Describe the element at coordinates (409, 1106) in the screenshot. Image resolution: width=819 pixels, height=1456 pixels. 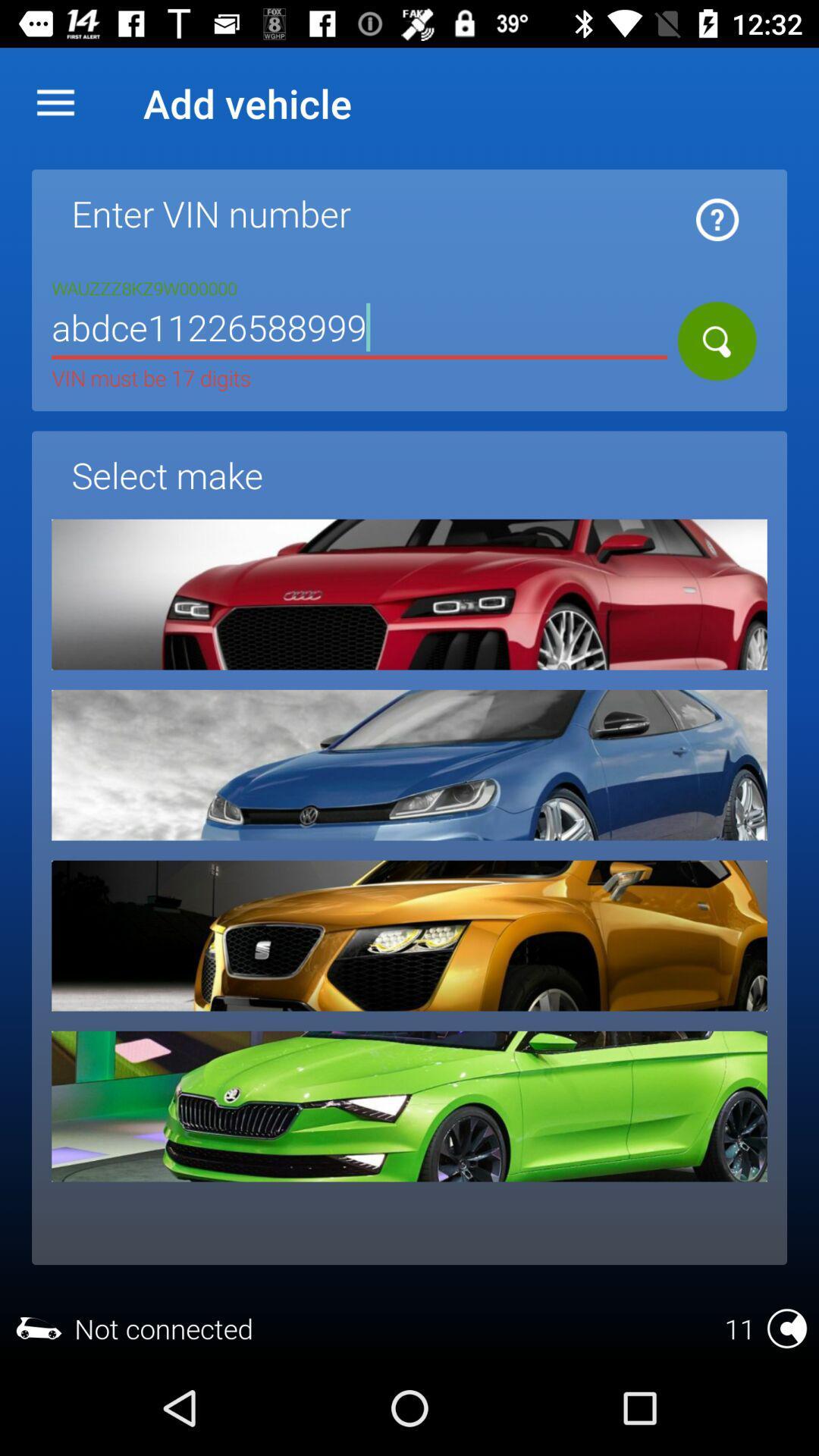
I see `the choice` at that location.